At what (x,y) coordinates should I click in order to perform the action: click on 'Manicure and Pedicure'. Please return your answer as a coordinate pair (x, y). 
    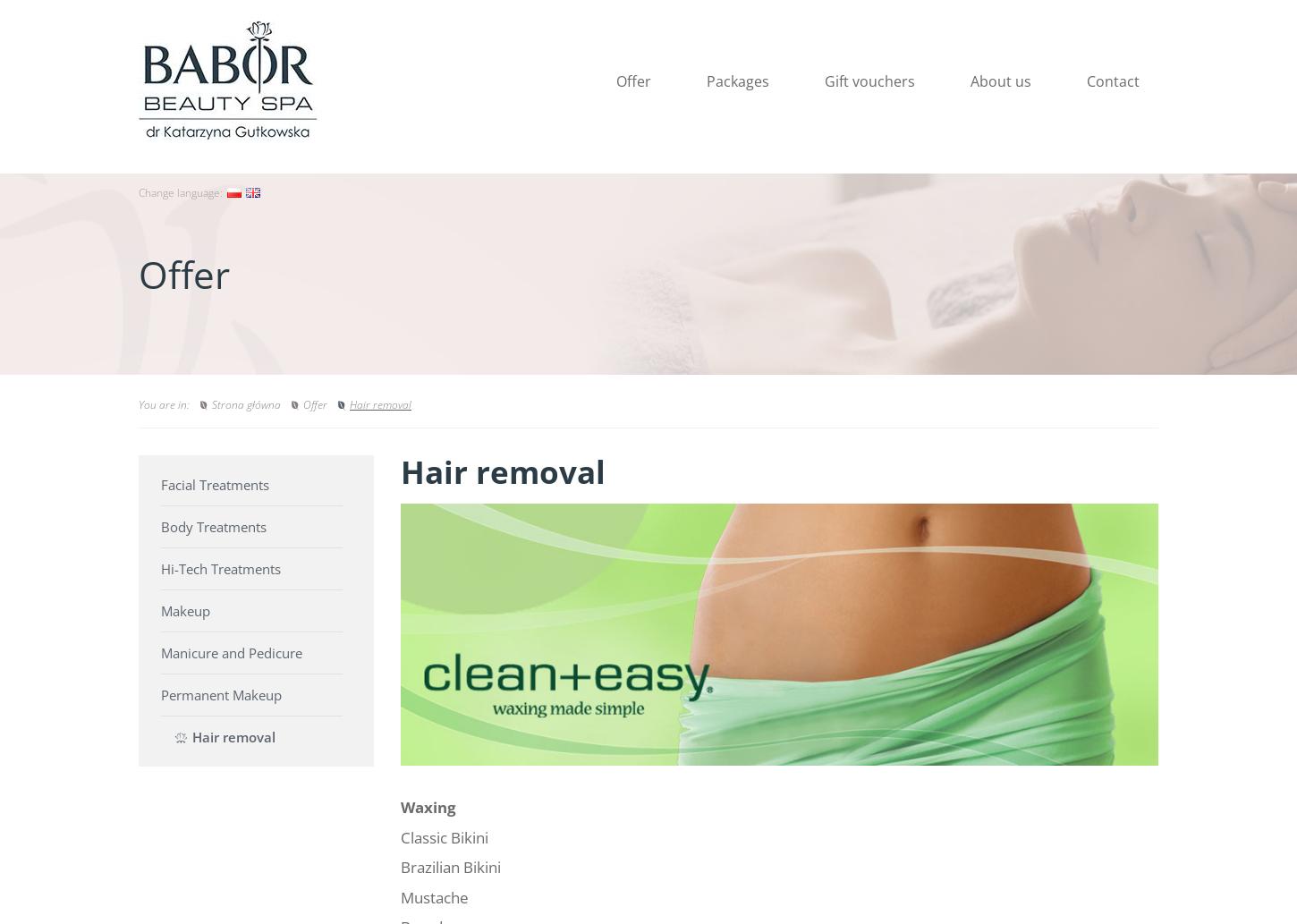
    Looking at the image, I should click on (231, 653).